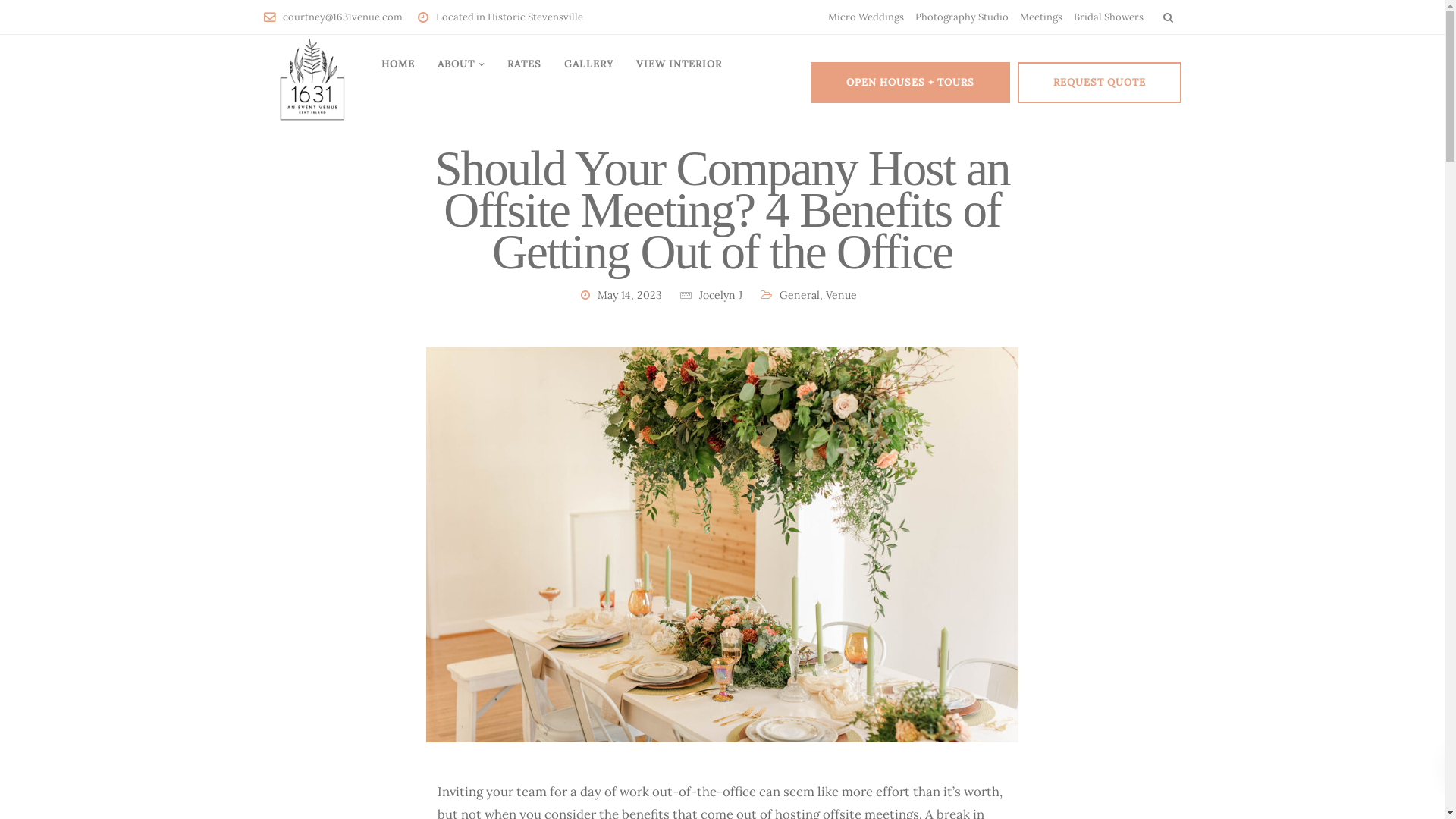 This screenshot has width=1456, height=819. I want to click on 'VIEW INTERIOR', so click(678, 63).